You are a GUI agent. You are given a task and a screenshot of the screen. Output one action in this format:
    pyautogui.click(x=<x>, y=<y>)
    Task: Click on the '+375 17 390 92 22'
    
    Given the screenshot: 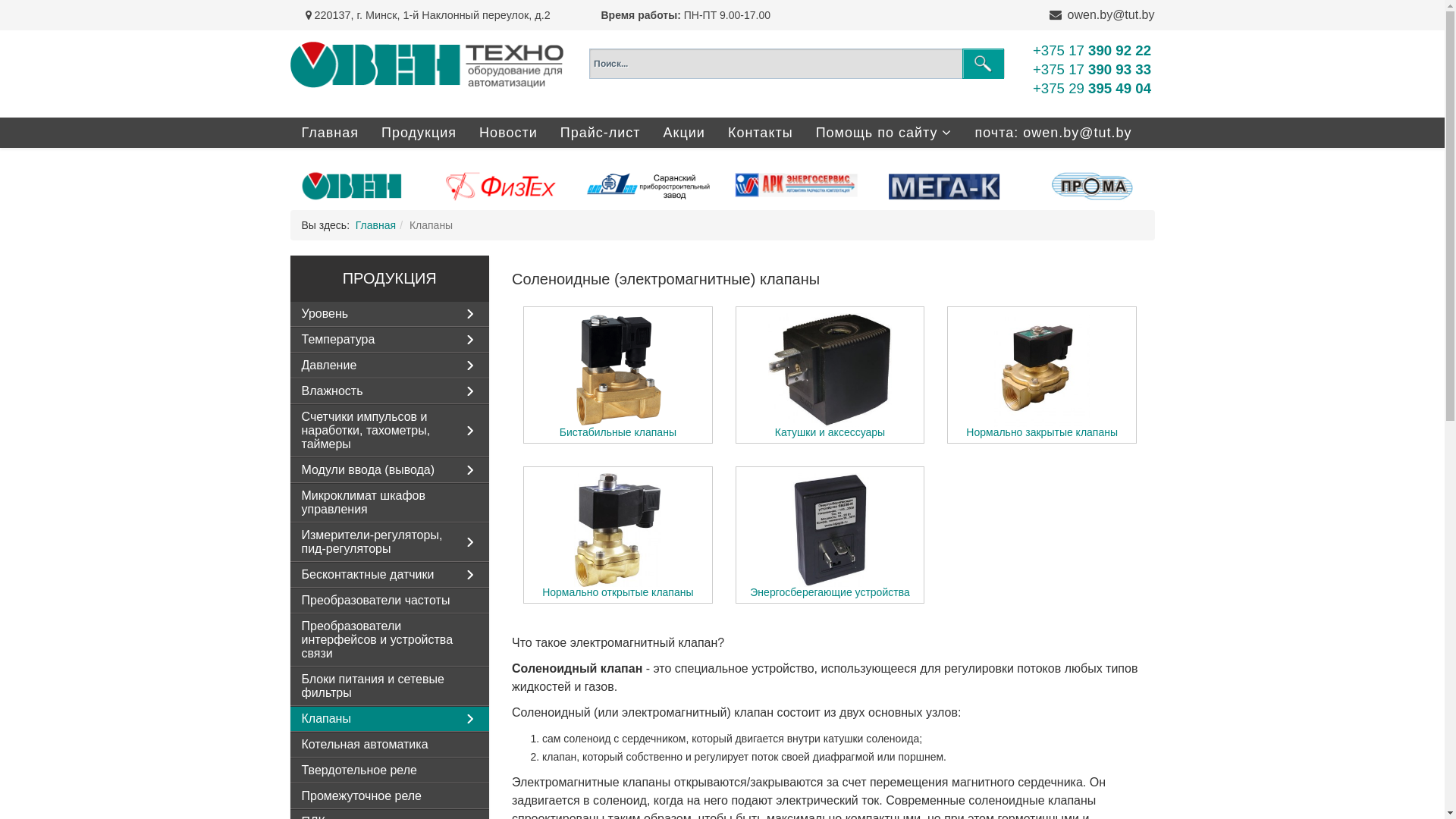 What is the action you would take?
    pyautogui.click(x=1092, y=49)
    